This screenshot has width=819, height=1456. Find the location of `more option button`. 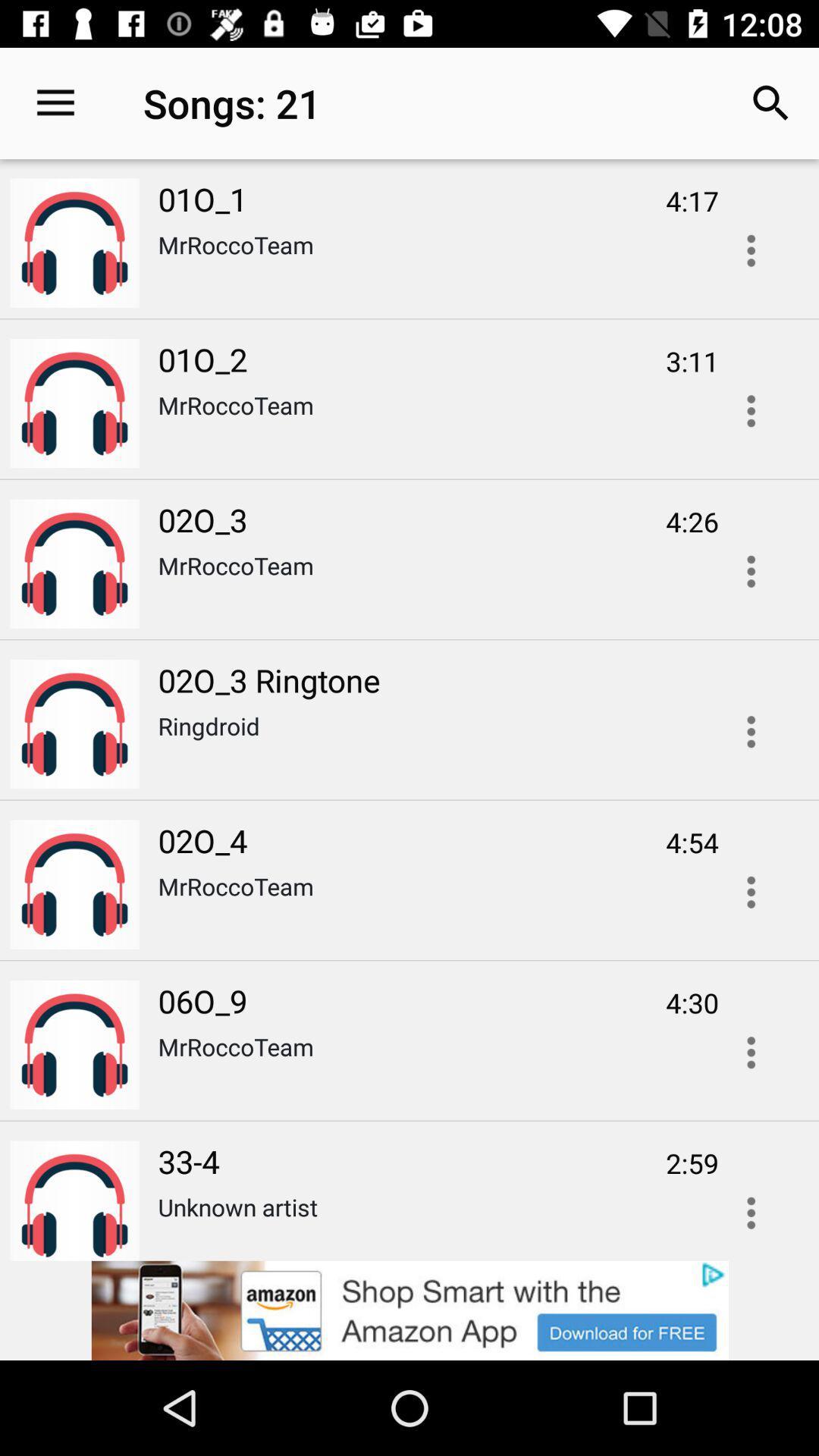

more option button is located at coordinates (751, 1052).